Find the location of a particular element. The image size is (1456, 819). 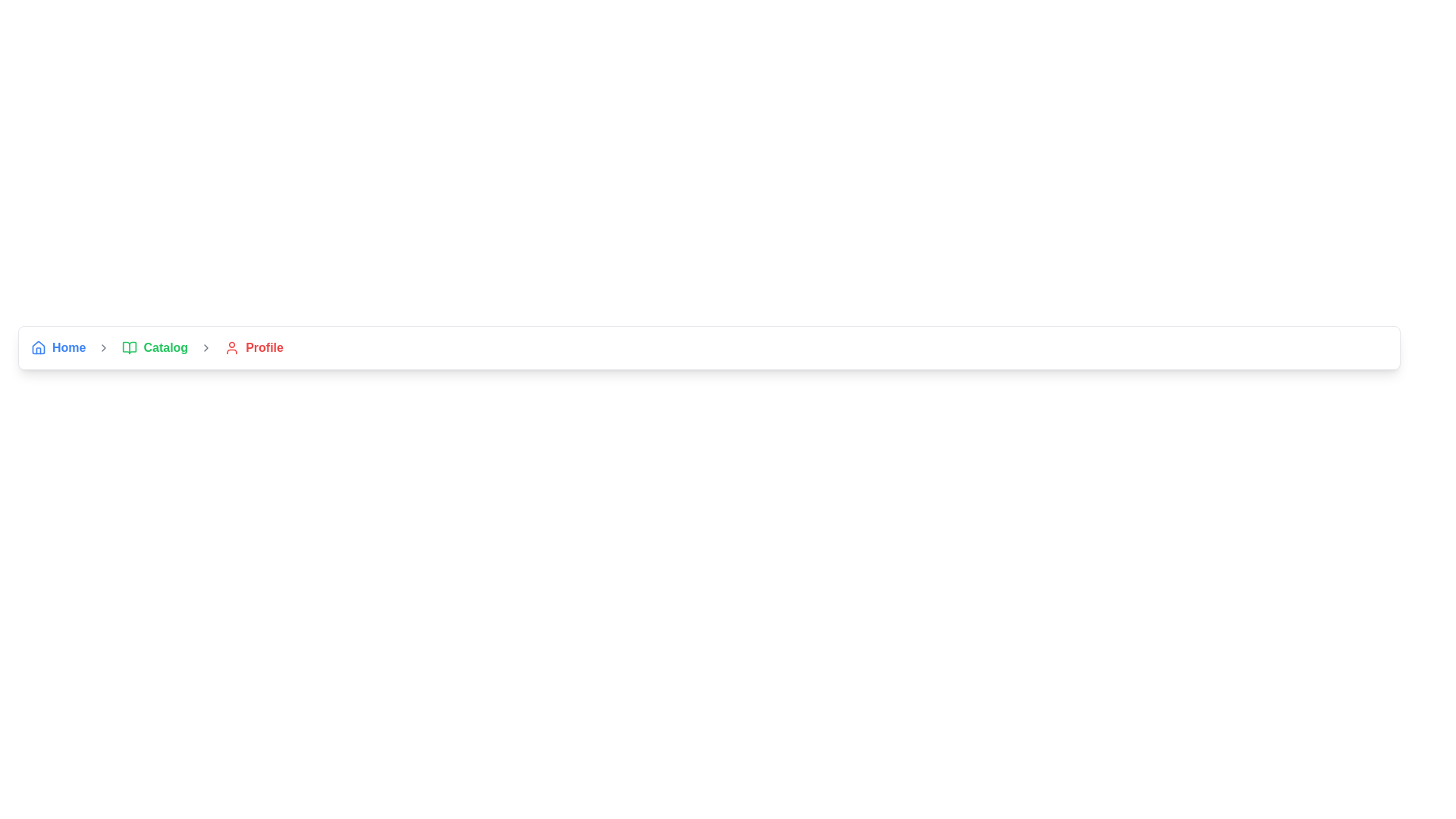

the right-pointing arrow icon located between the 'Catalog' and 'Profile' items in the breadcrumb navigation is located at coordinates (206, 348).